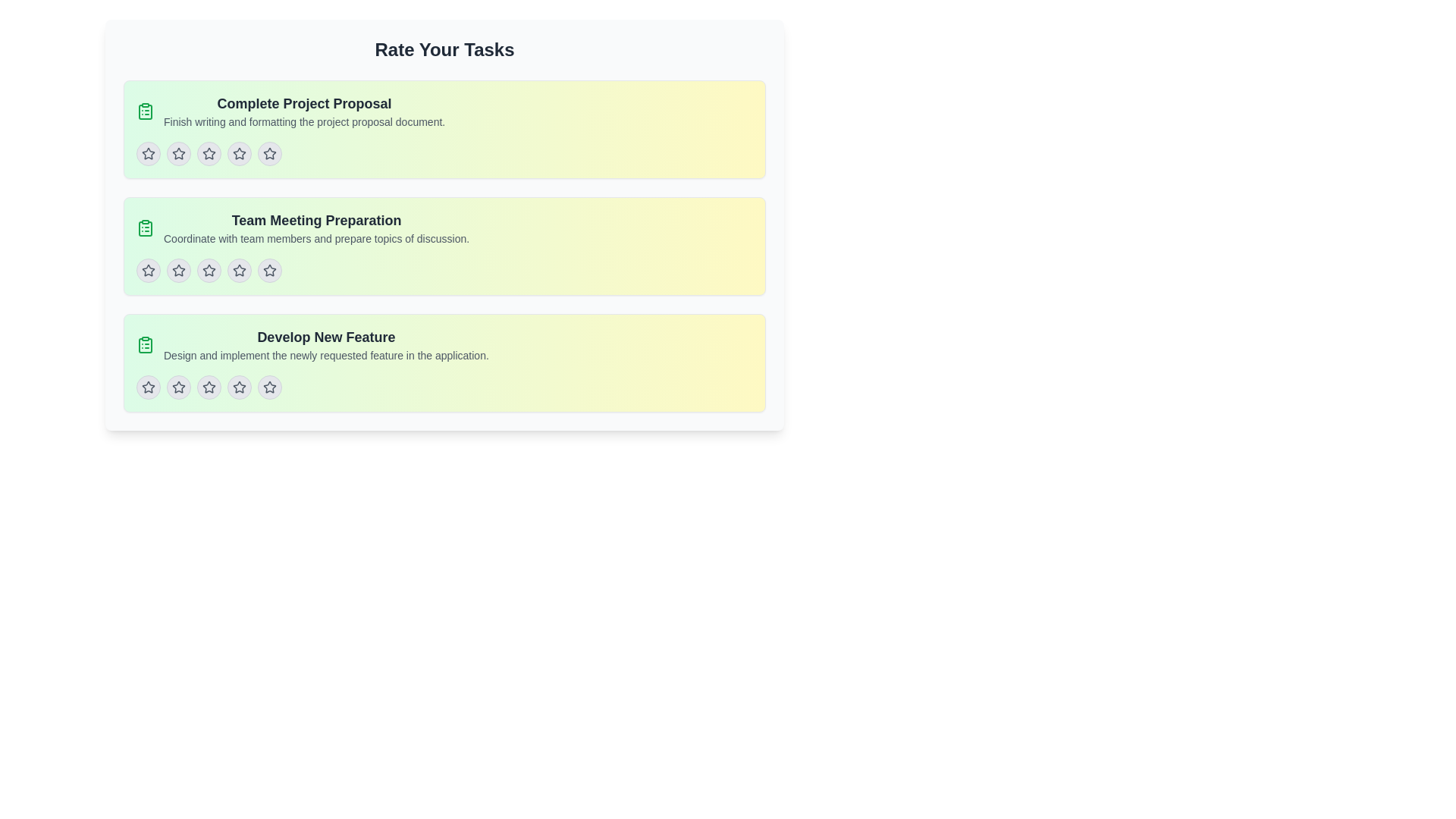  Describe the element at coordinates (269, 153) in the screenshot. I see `the fourth star icon in the row of five stars under the 'Complete Project Proposal' task` at that location.